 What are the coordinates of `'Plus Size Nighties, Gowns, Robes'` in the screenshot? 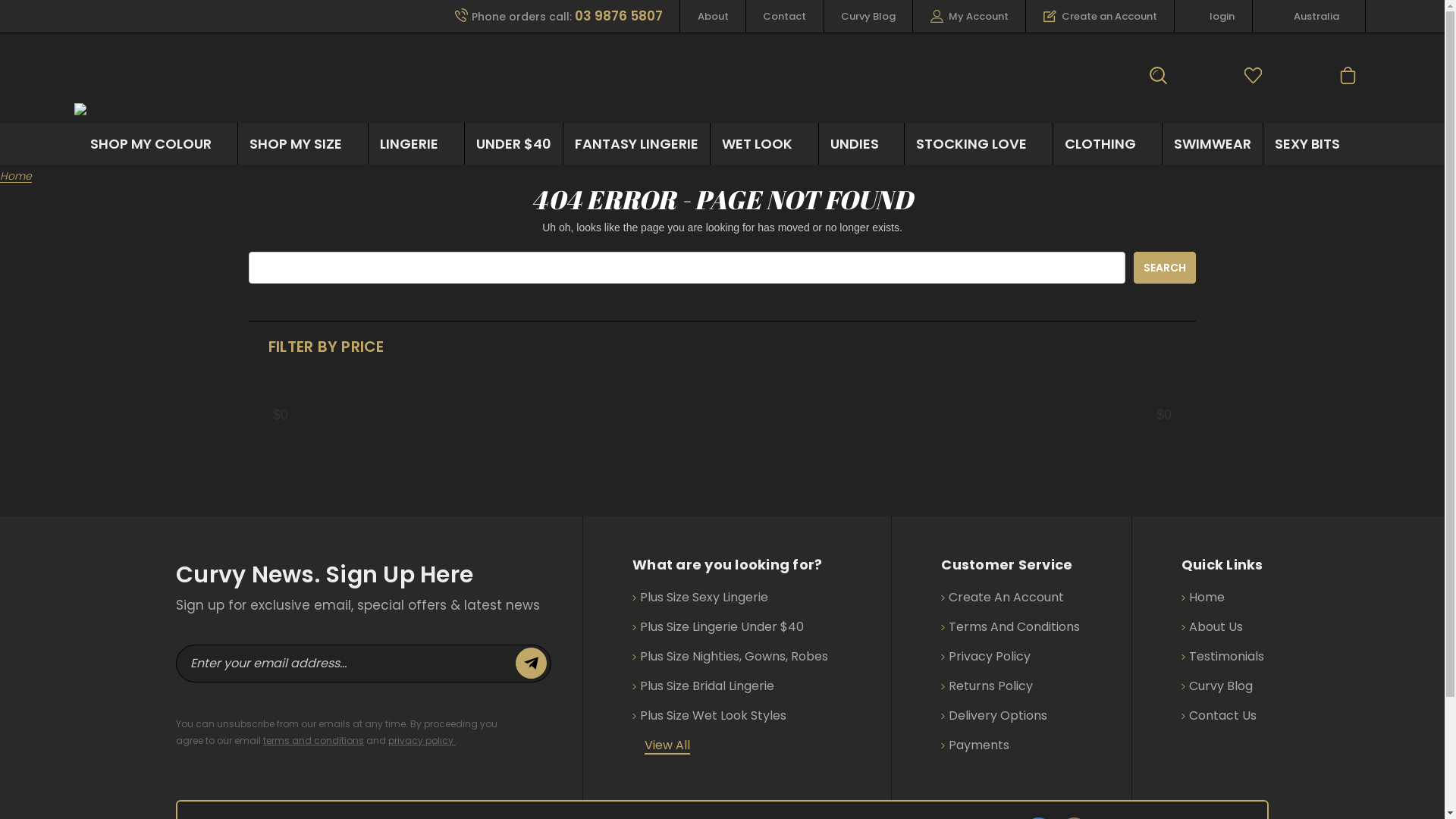 It's located at (730, 656).